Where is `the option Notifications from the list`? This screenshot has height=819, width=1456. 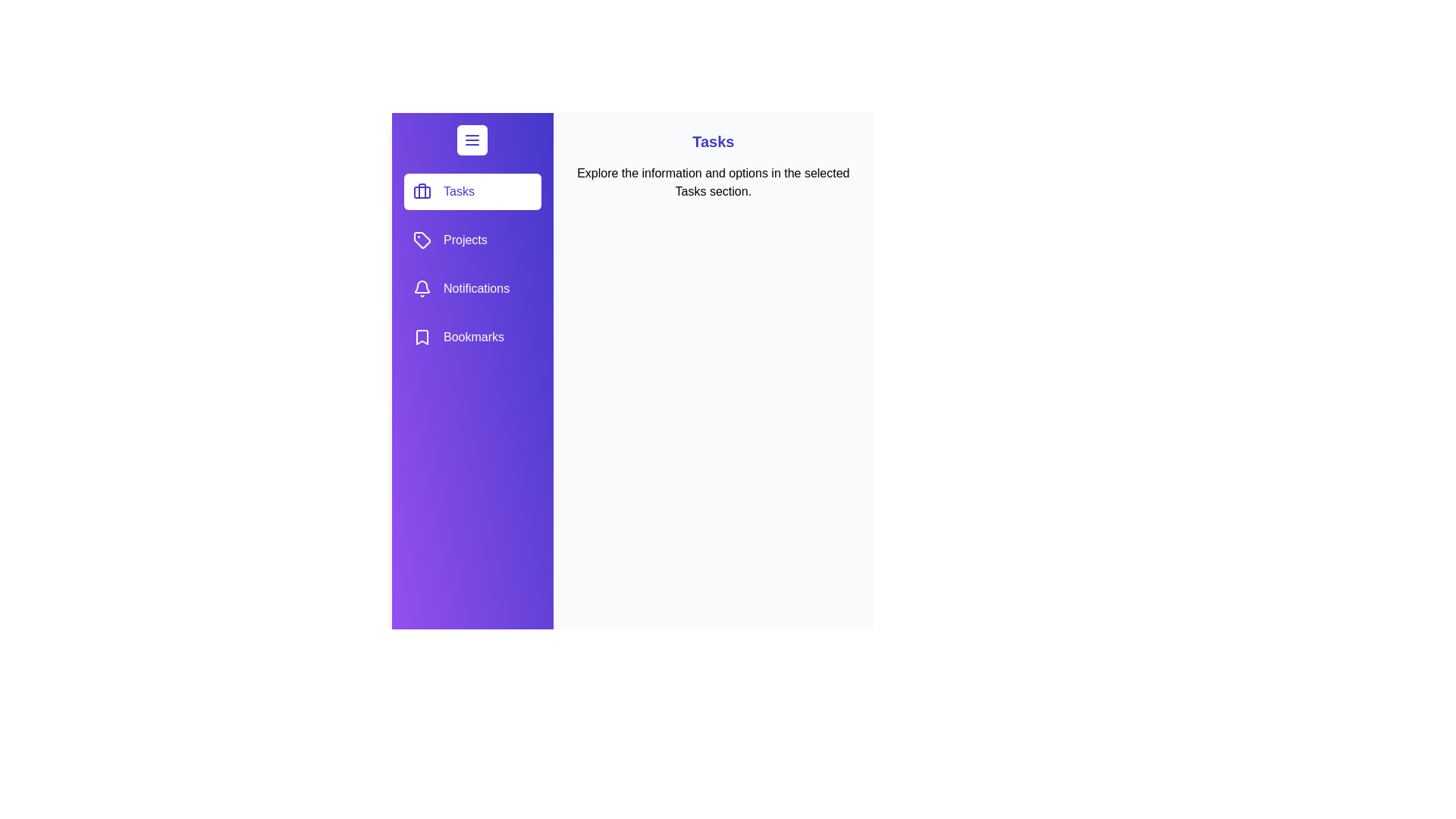
the option Notifications from the list is located at coordinates (472, 289).